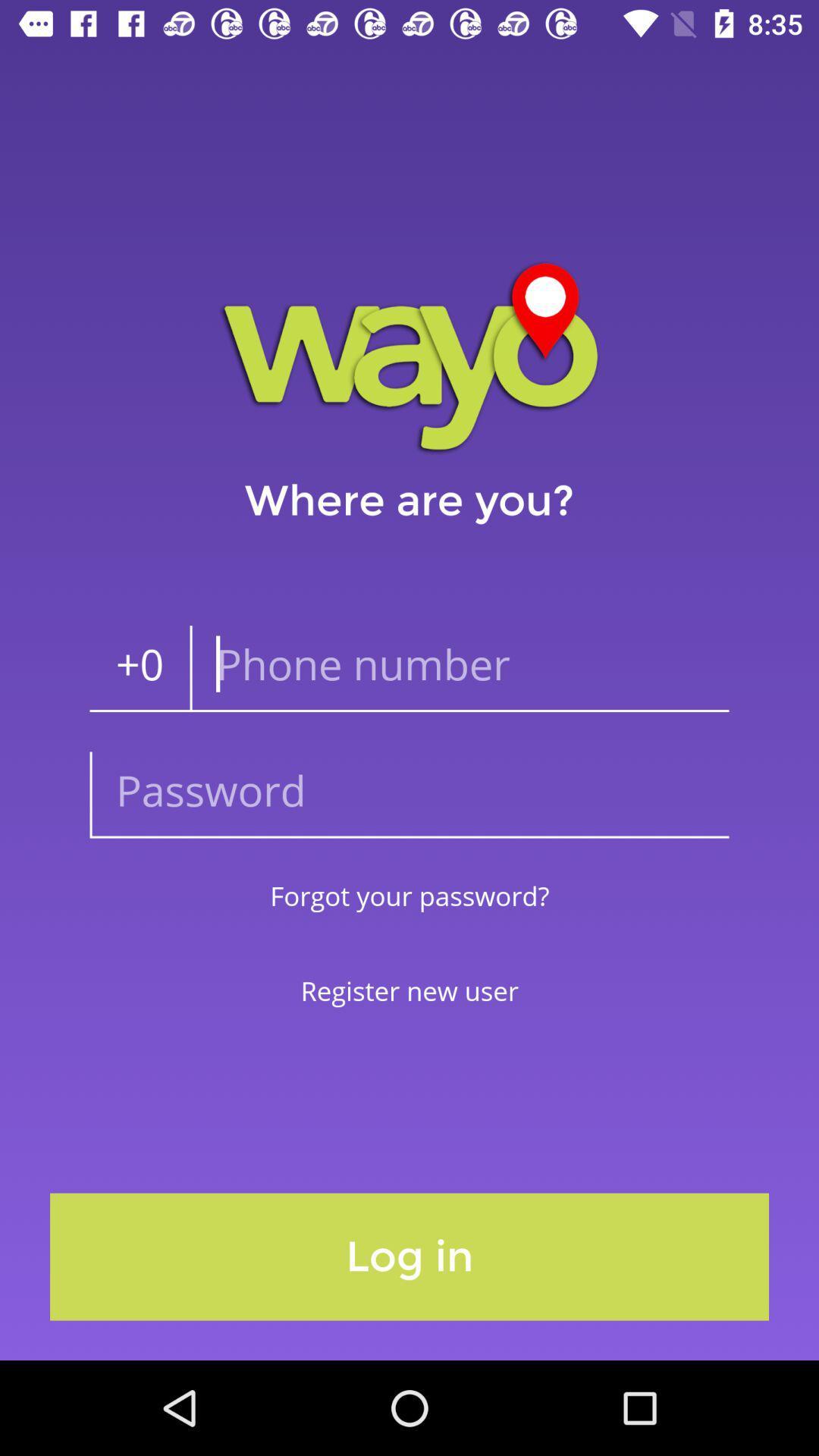 Image resolution: width=819 pixels, height=1456 pixels. I want to click on the icon above register new user item, so click(409, 896).